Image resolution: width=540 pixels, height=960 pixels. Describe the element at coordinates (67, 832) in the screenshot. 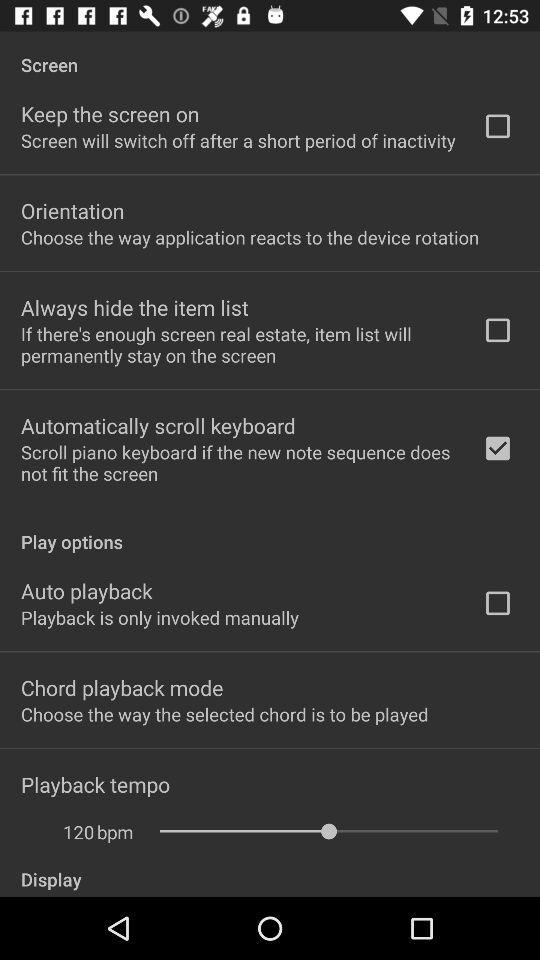

I see `the 120 icon` at that location.